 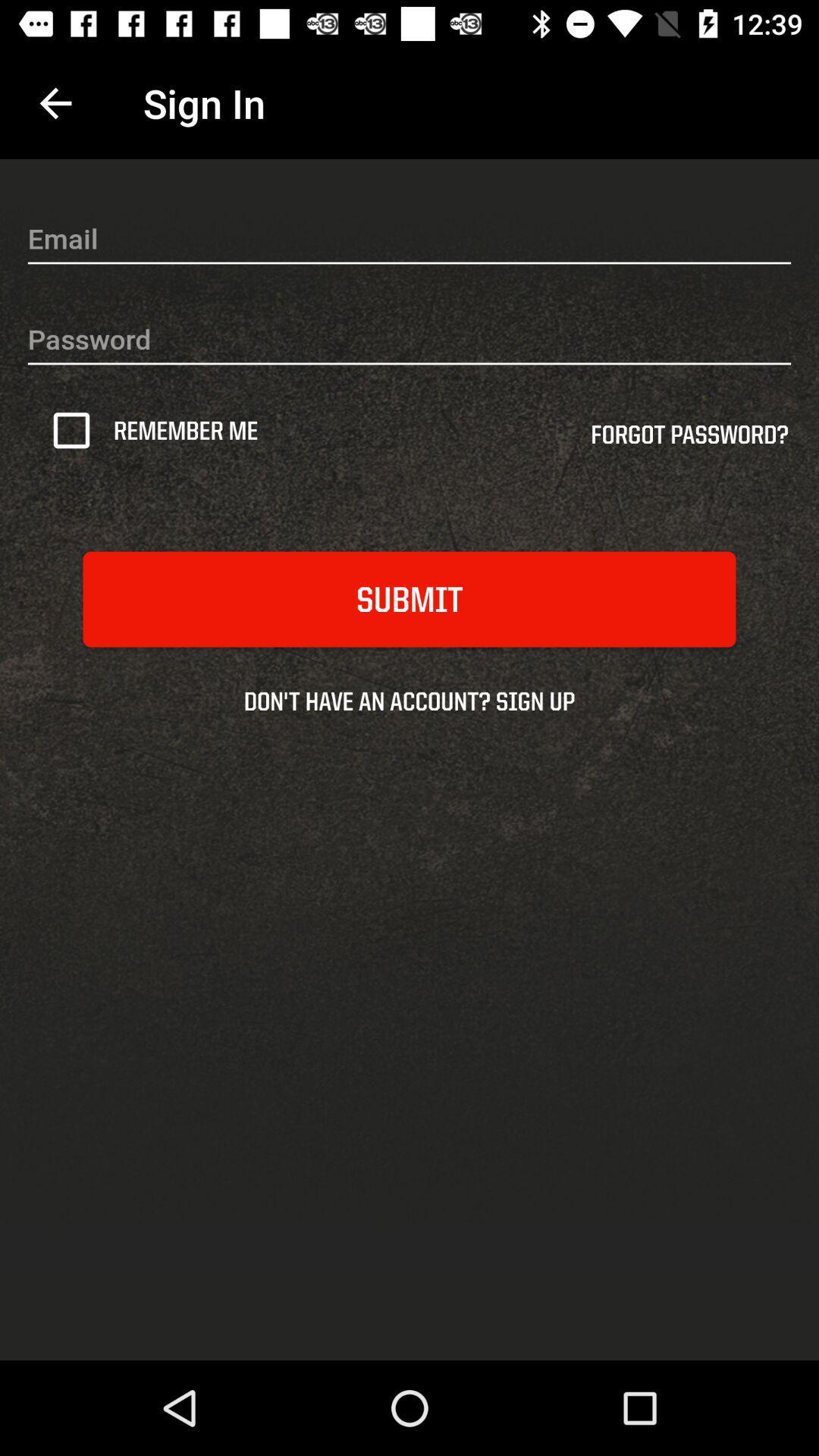 I want to click on don t have icon, so click(x=409, y=700).